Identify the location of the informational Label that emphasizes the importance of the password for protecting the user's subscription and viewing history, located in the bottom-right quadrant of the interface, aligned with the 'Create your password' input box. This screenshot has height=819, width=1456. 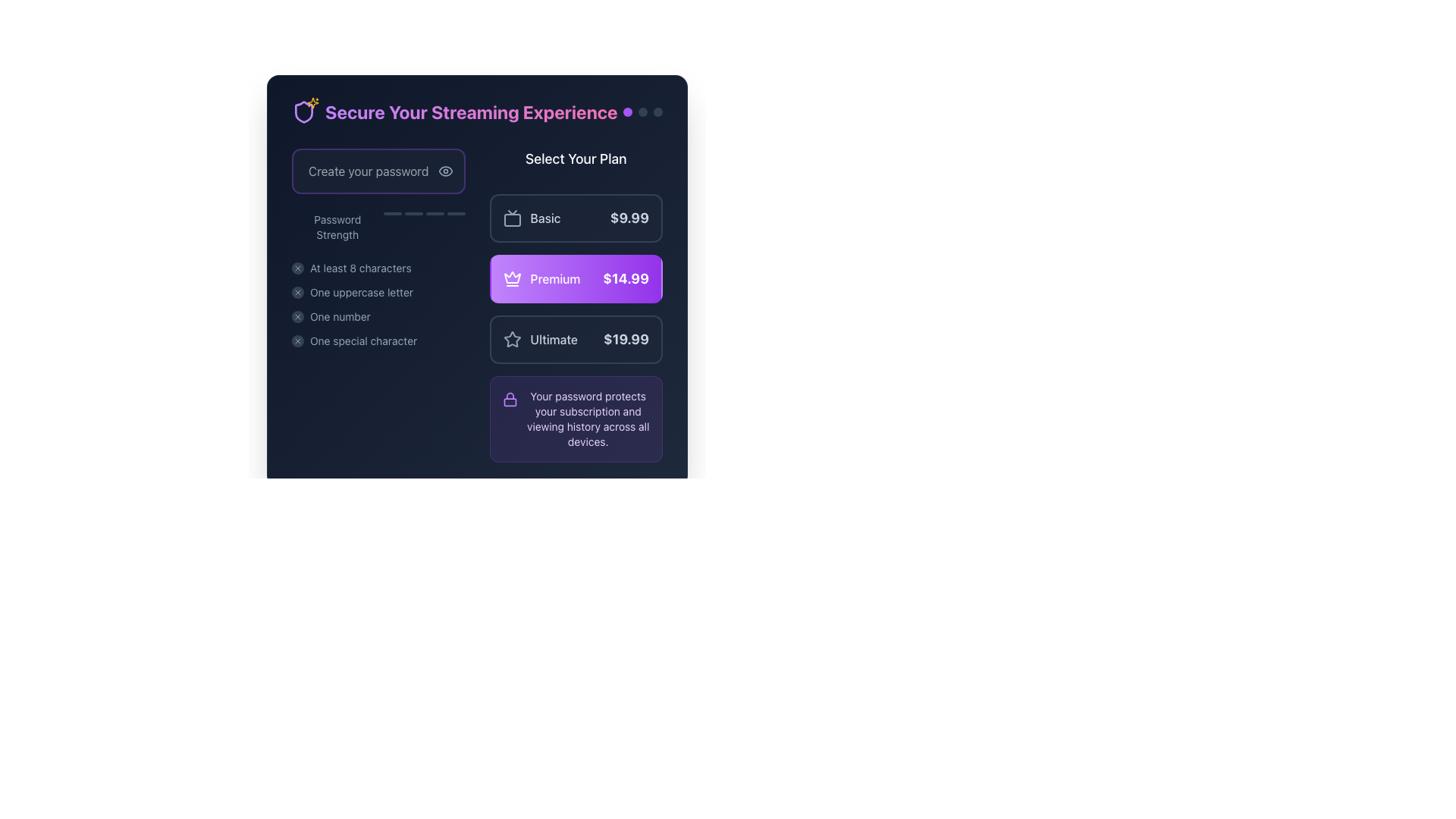
(587, 419).